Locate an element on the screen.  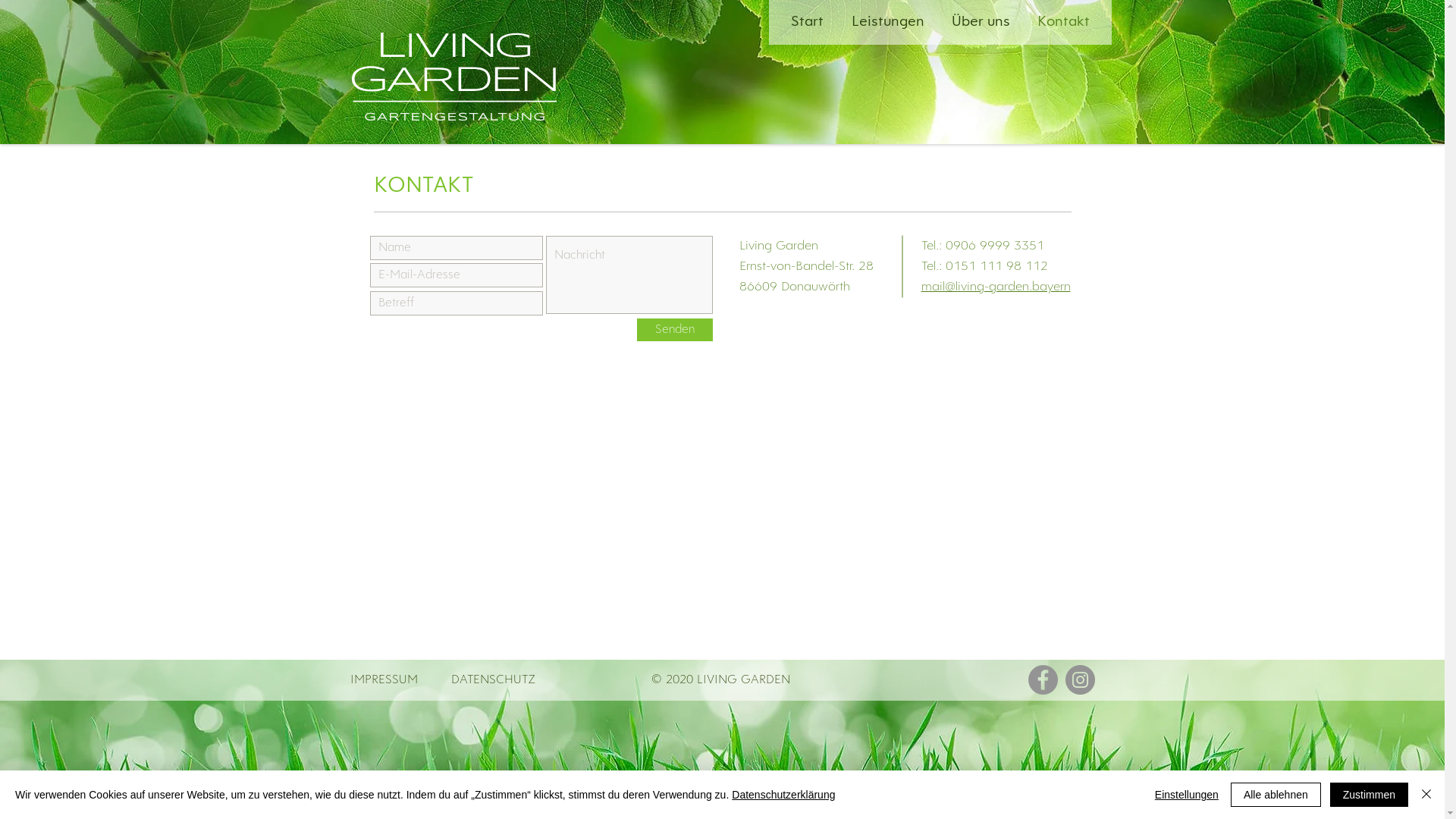
'Senden' is located at coordinates (673, 329).